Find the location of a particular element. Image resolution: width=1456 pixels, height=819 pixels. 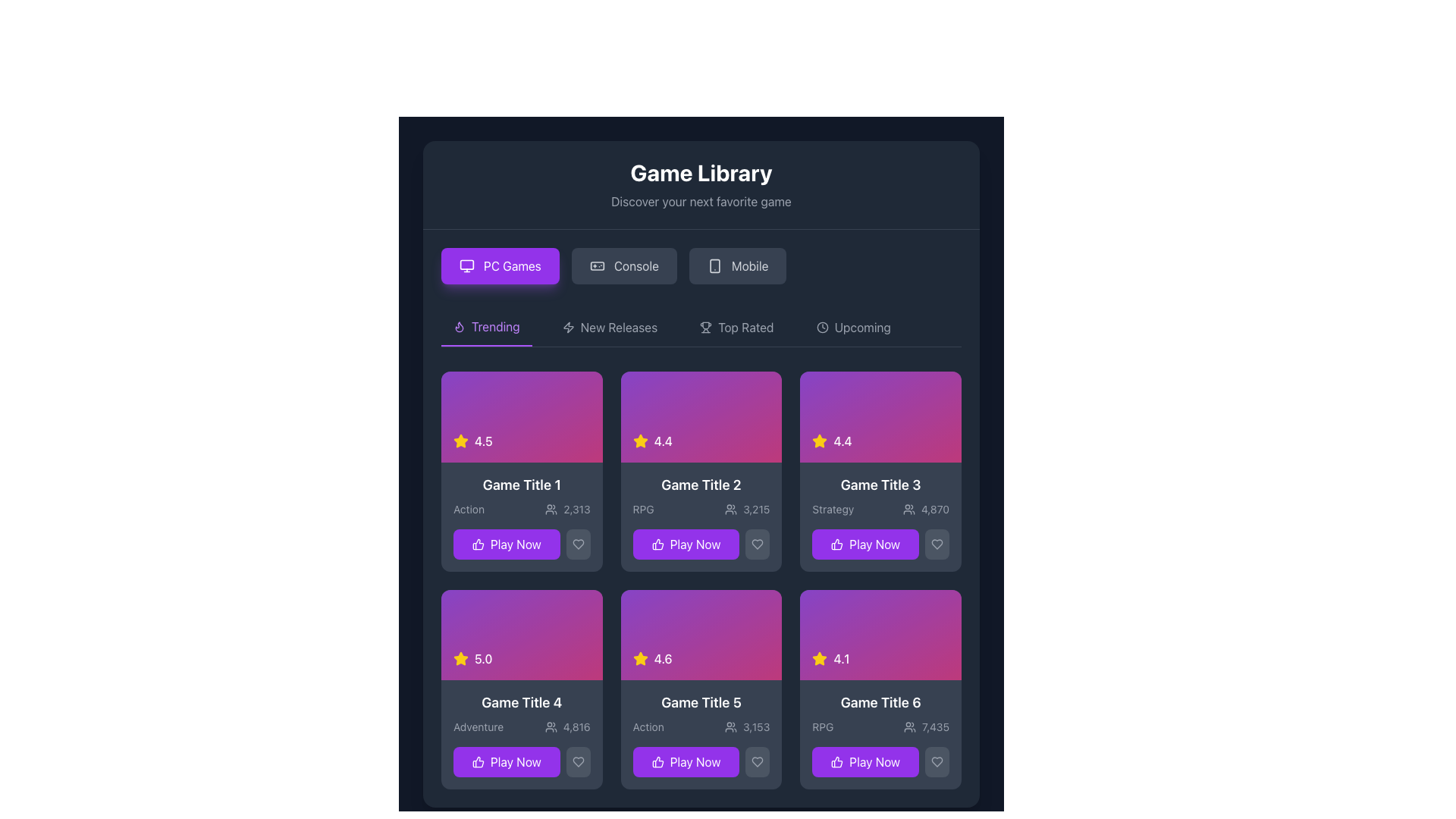

the favorite button located in the bottom-right corner of the 'Game Title 1' card is located at coordinates (577, 543).